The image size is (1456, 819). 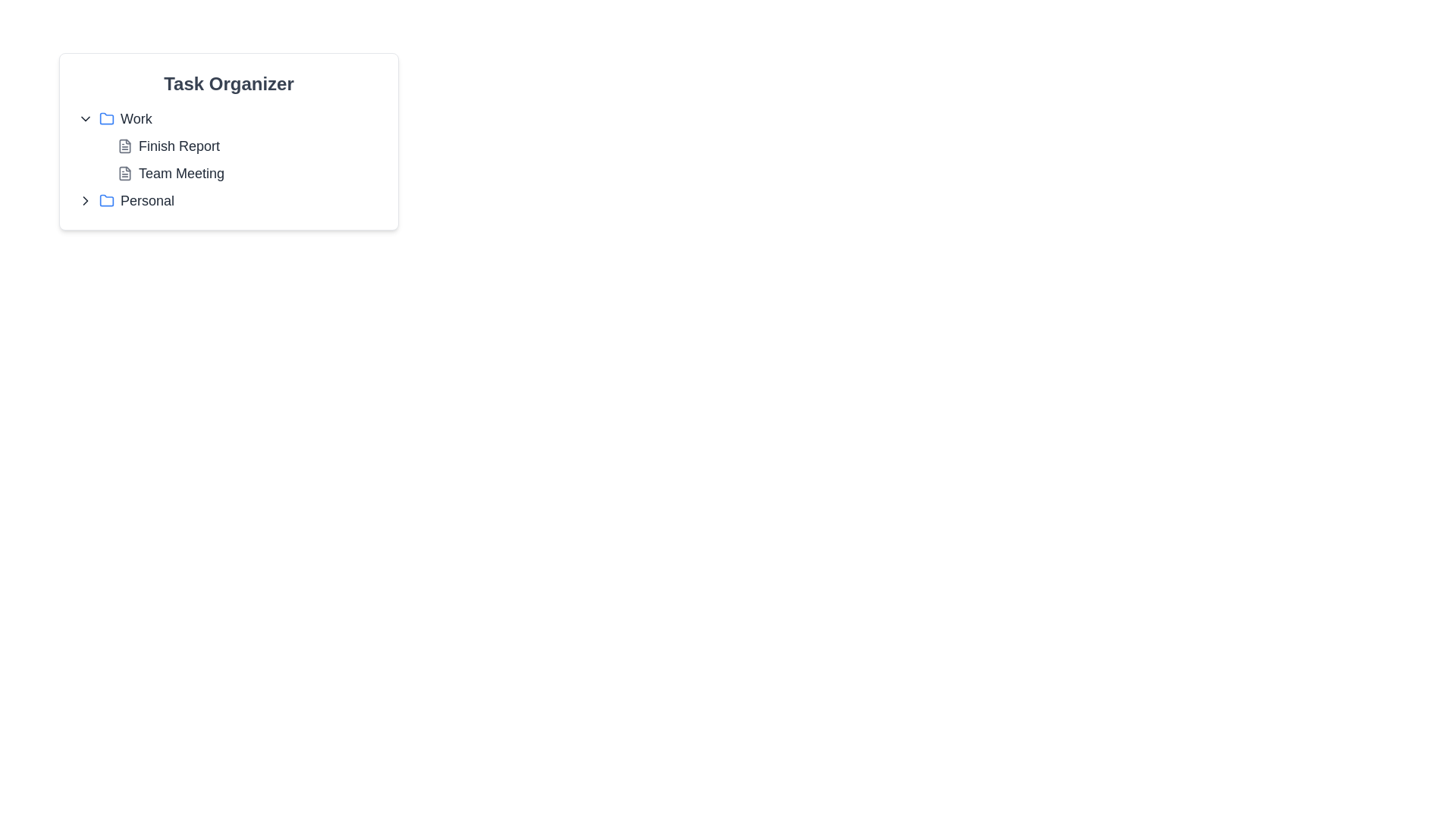 What do you see at coordinates (105, 118) in the screenshot?
I see `the folder icon that represents the 'Work' category, located immediately to the left of the 'Work' label` at bounding box center [105, 118].